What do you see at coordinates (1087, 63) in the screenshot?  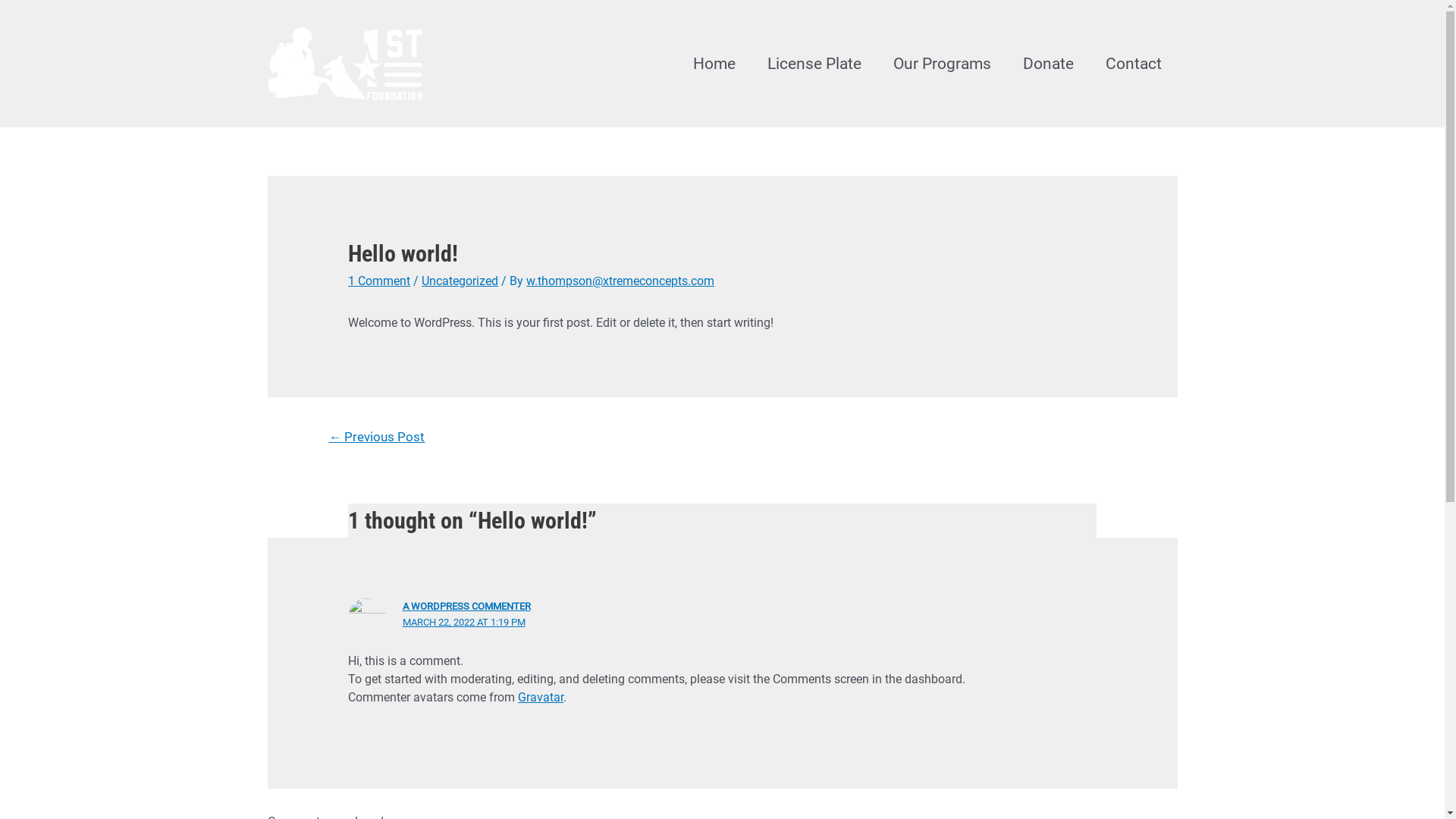 I see `'Contact'` at bounding box center [1087, 63].